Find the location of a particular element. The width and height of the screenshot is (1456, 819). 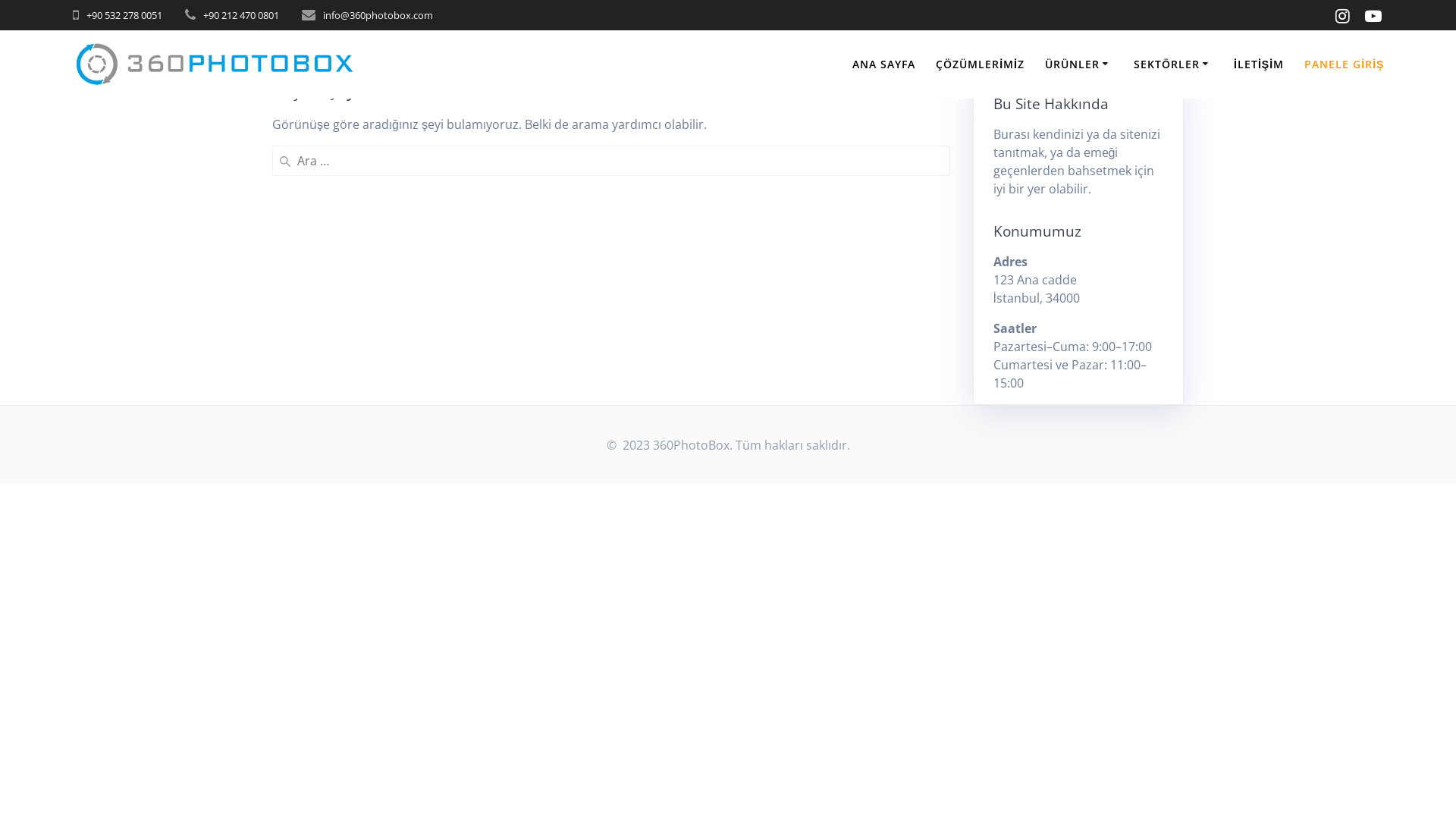

'ANA SAYFA' is located at coordinates (883, 63).